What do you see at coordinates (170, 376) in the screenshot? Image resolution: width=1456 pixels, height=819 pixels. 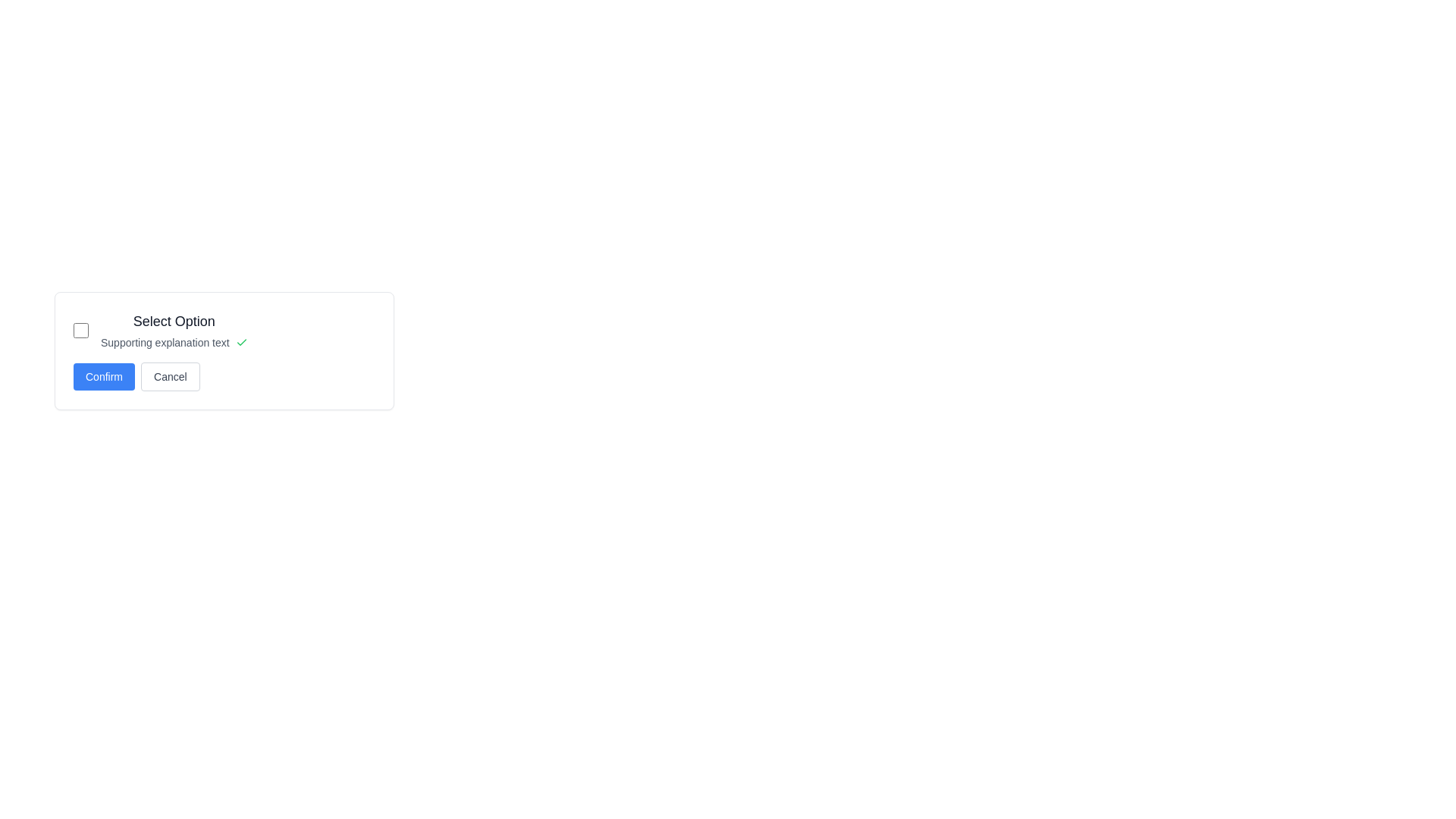 I see `the 'Cancel' button, which is a rounded rectangle with a gray border and a light hover effect, located to the right of the 'Confirm' button` at bounding box center [170, 376].